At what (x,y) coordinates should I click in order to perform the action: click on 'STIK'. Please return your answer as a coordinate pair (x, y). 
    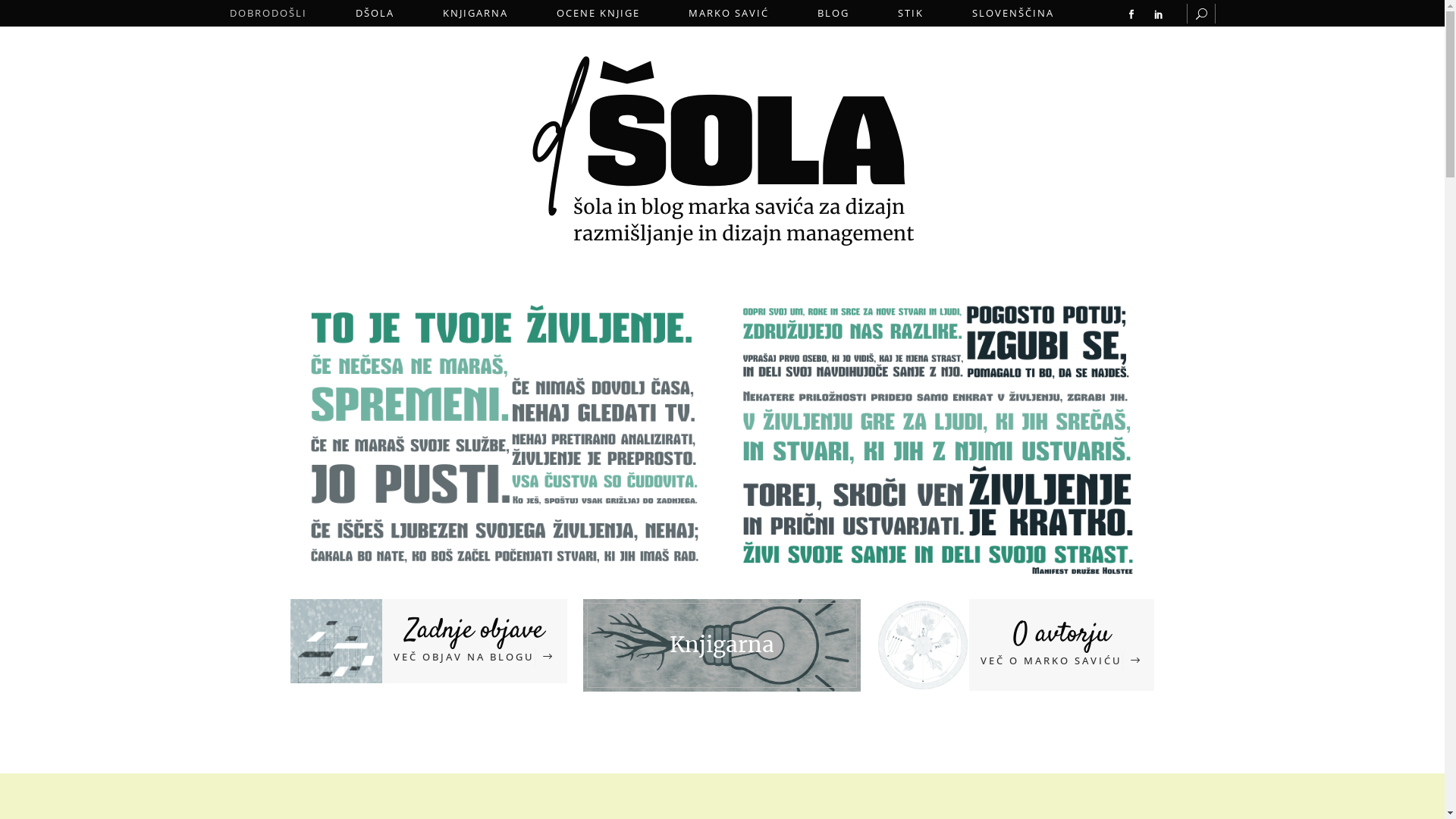
    Looking at the image, I should click on (910, 13).